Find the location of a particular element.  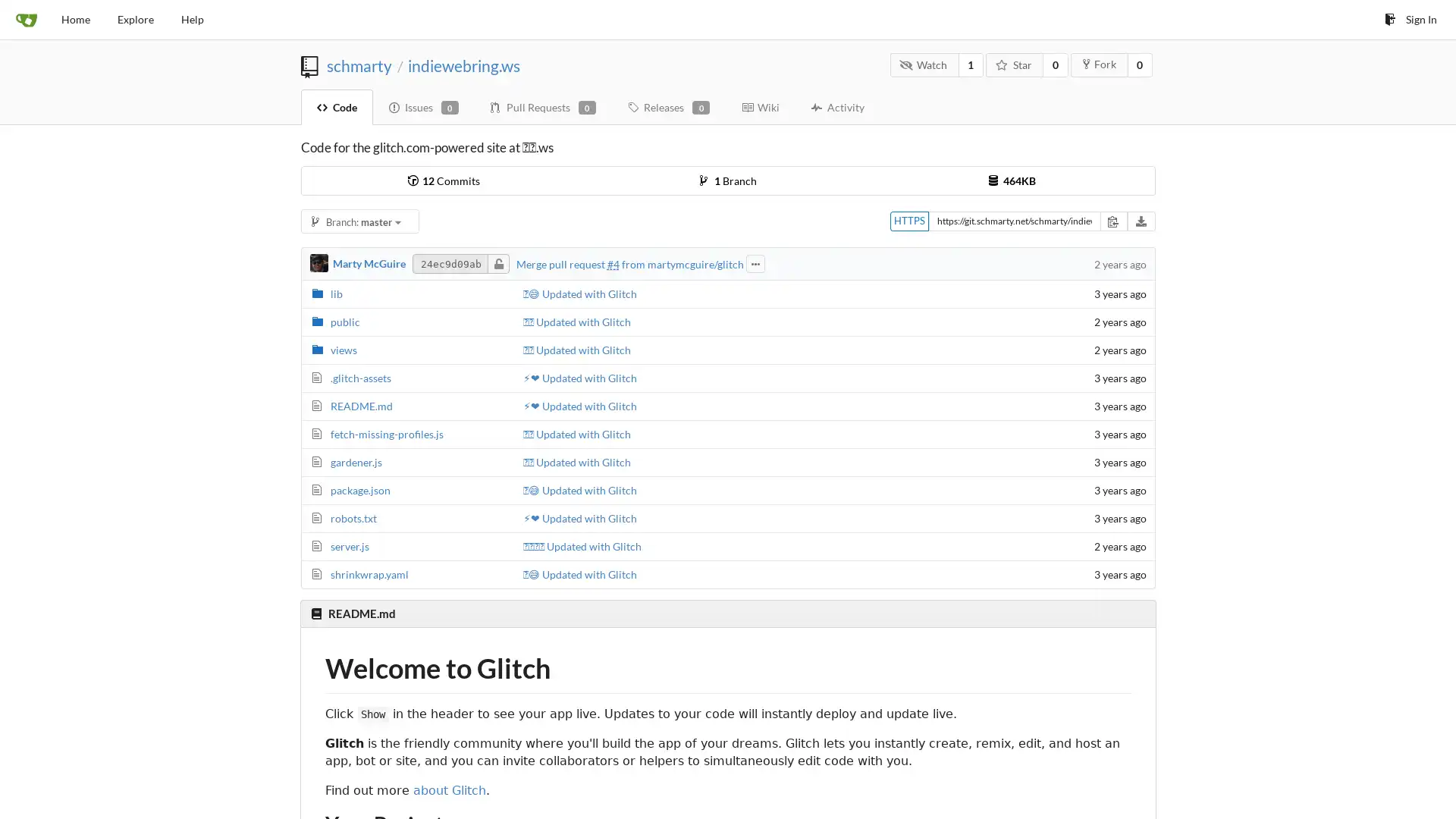

HTTPS is located at coordinates (908, 221).